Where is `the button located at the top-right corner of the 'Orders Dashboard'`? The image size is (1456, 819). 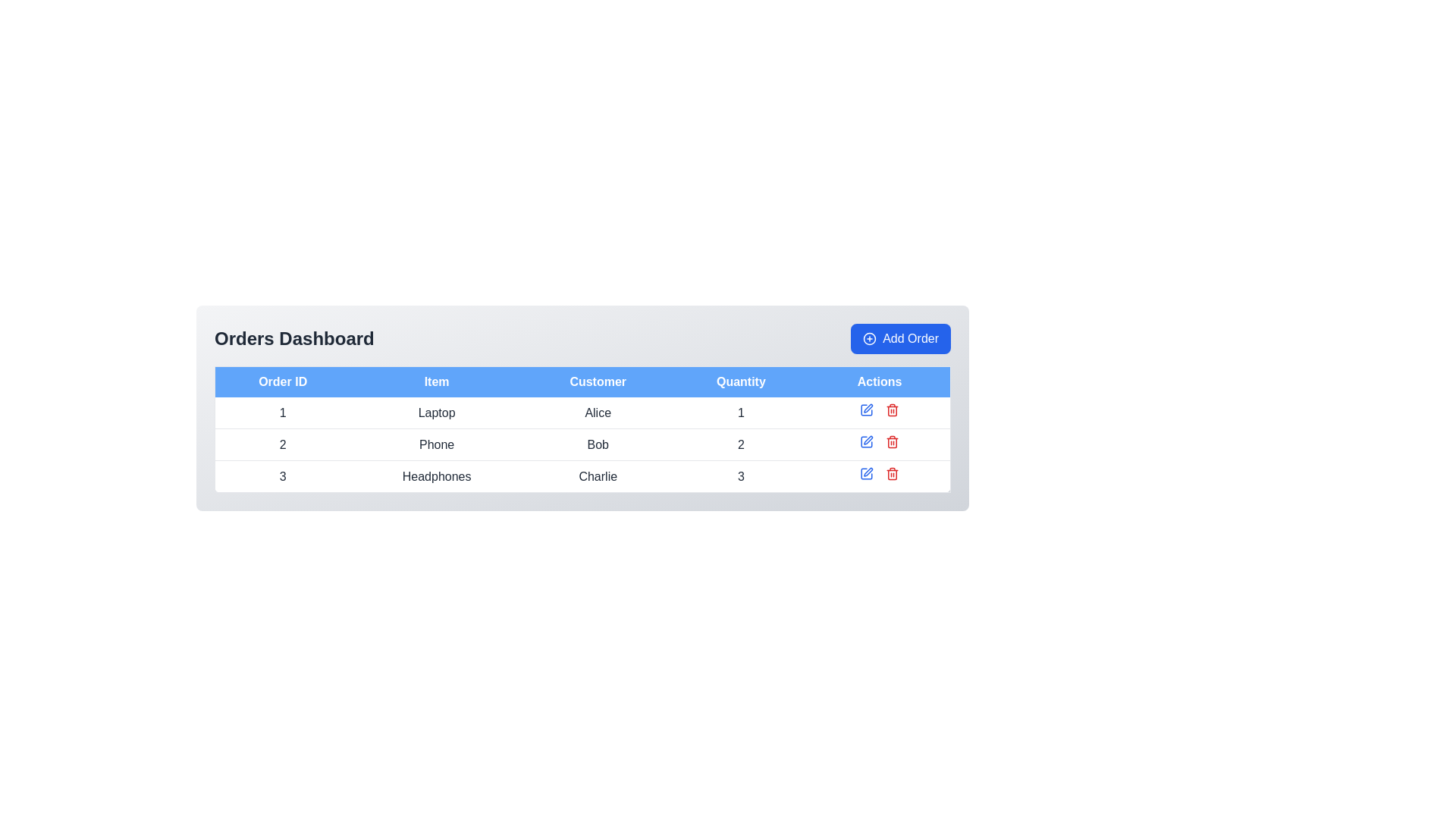
the button located at the top-right corner of the 'Orders Dashboard' is located at coordinates (901, 338).